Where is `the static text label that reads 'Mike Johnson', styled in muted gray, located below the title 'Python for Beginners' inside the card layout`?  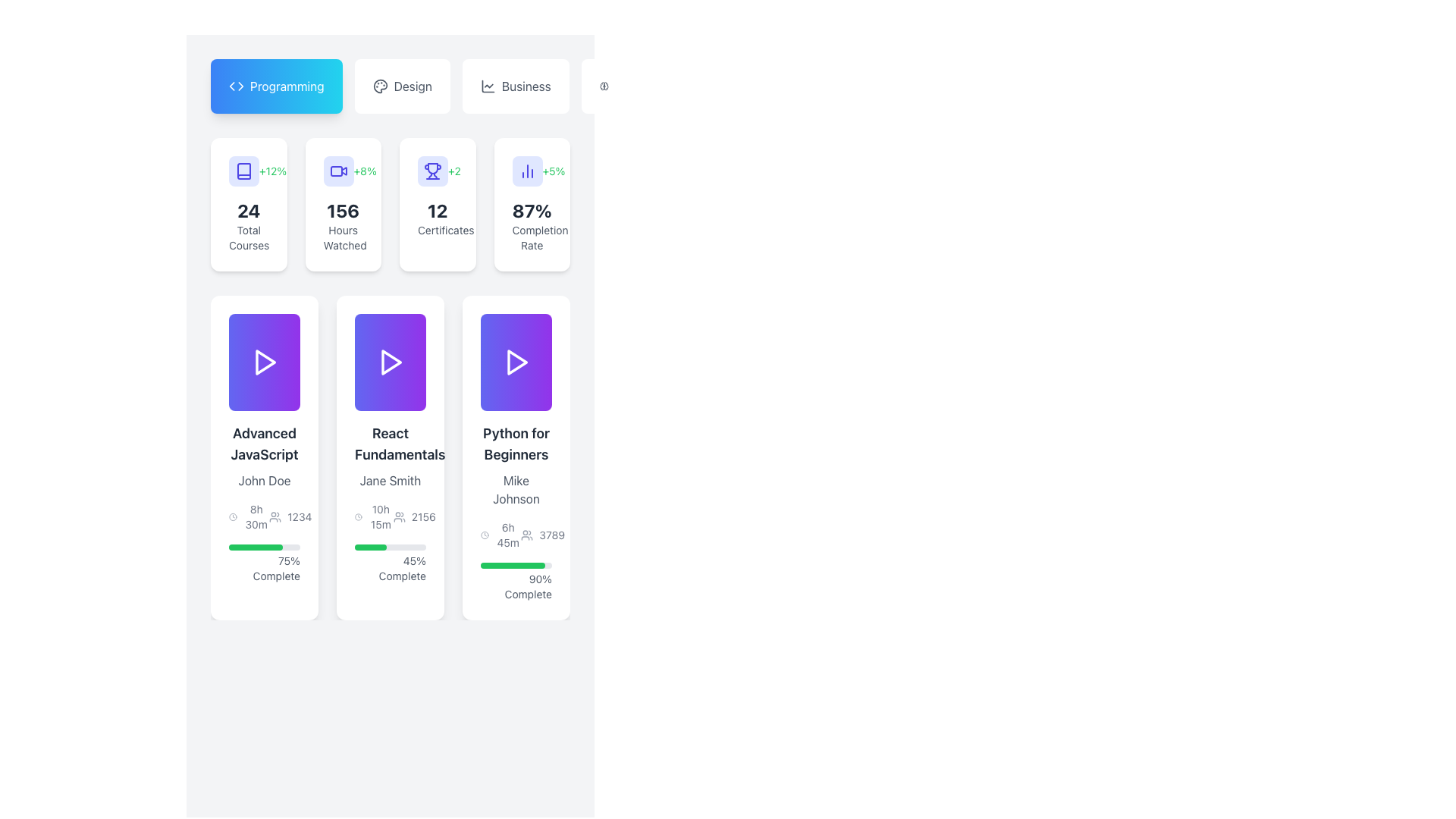 the static text label that reads 'Mike Johnson', styled in muted gray, located below the title 'Python for Beginners' inside the card layout is located at coordinates (516, 489).